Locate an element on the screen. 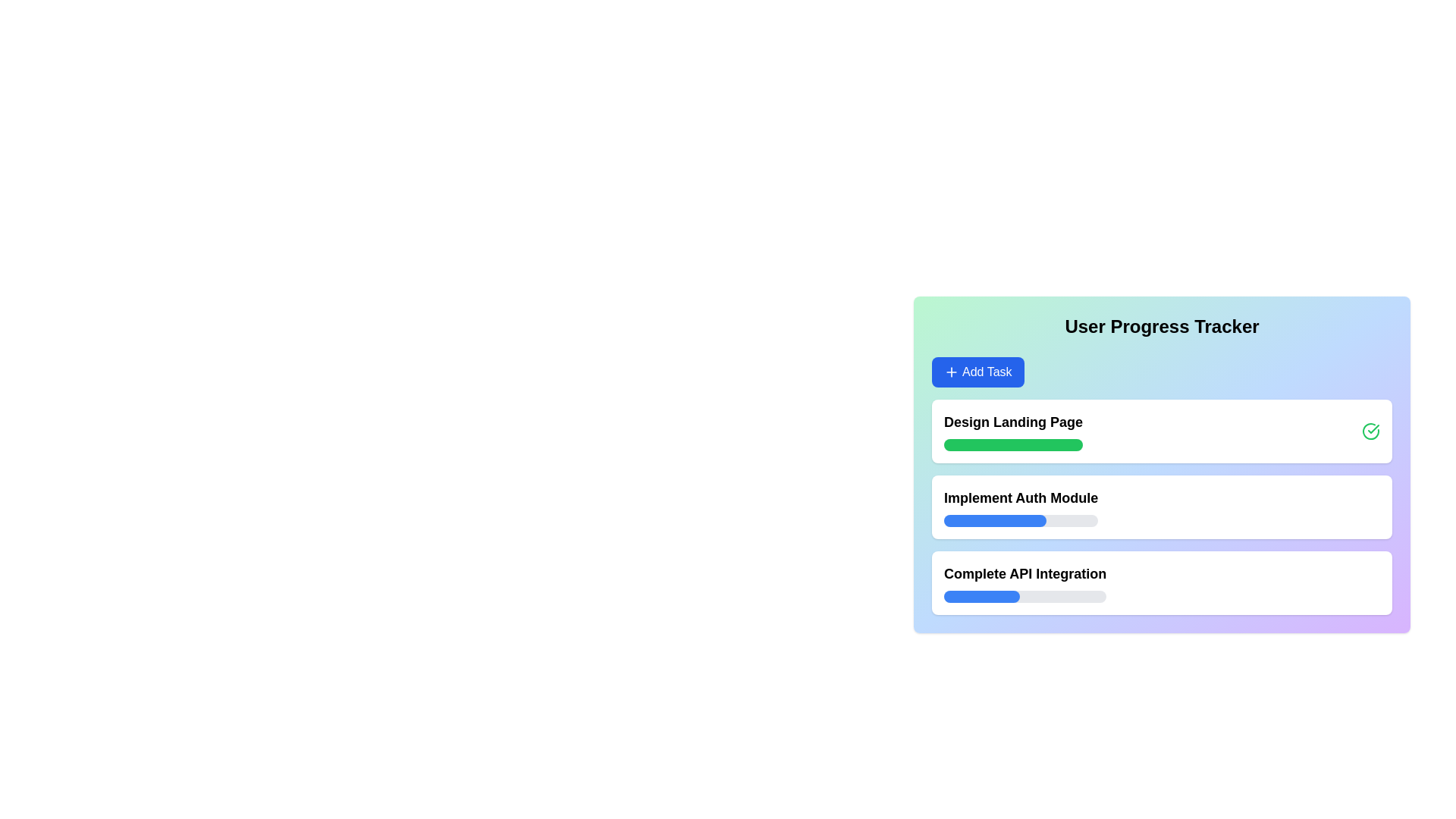 This screenshot has width=1456, height=819. the progress bar completion is located at coordinates (980, 595).